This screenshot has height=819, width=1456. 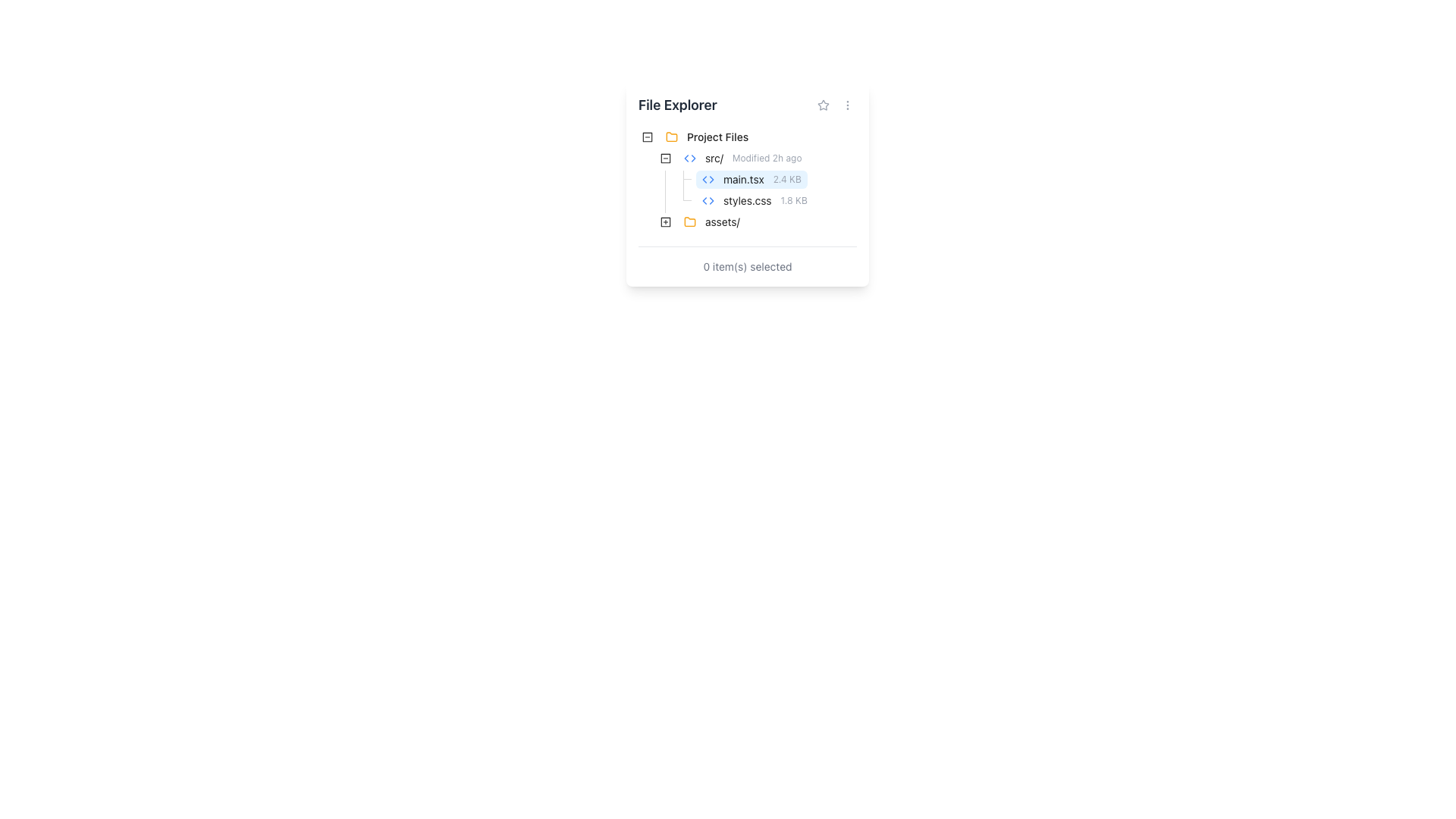 What do you see at coordinates (722, 158) in the screenshot?
I see `the 'src' folder label in the file explorer` at bounding box center [722, 158].